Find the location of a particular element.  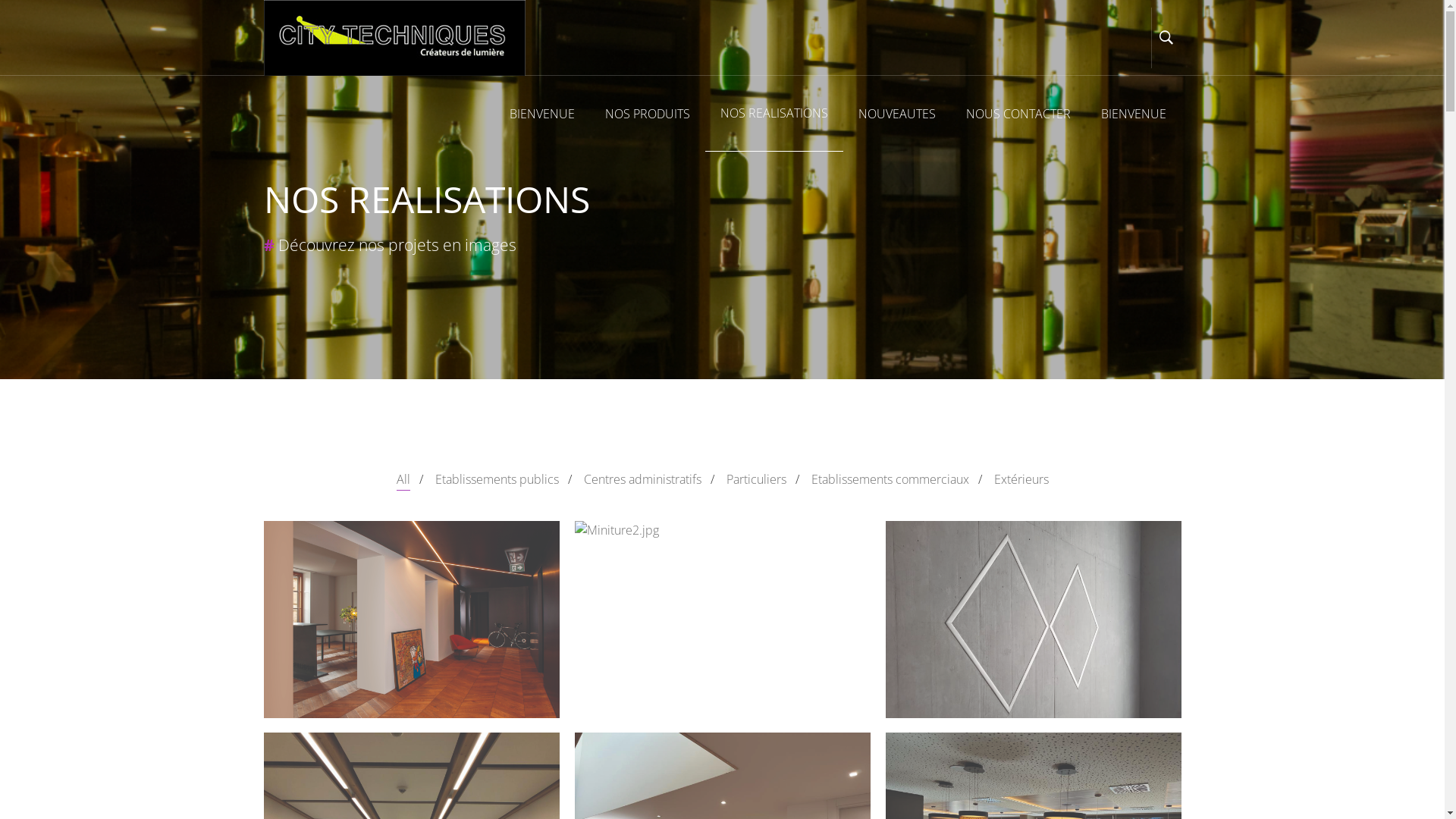

'NOS PRODUITS' is located at coordinates (648, 113).